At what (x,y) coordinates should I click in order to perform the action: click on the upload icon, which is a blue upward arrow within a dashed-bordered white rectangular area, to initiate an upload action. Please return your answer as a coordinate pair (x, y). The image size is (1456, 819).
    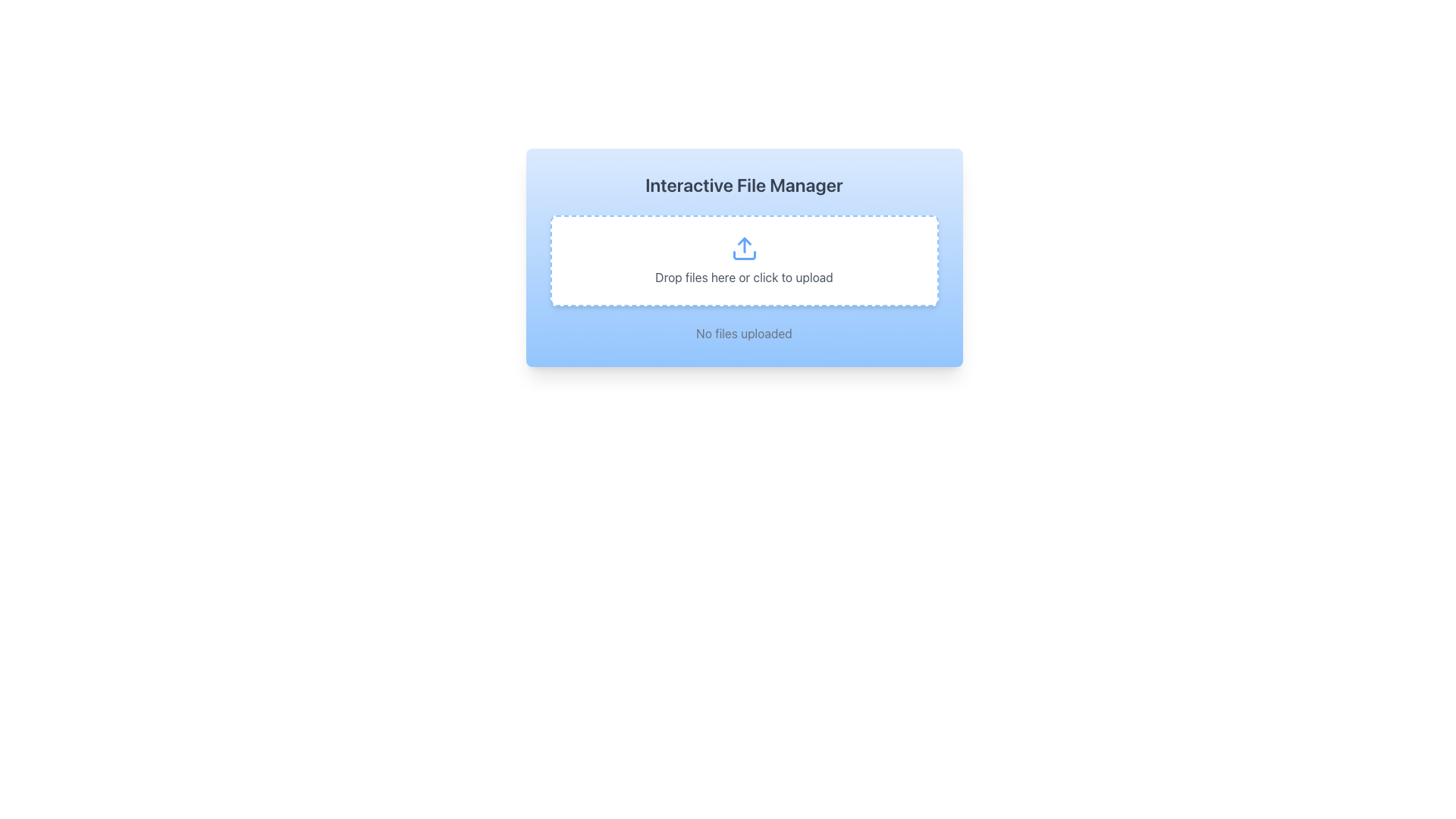
    Looking at the image, I should click on (744, 247).